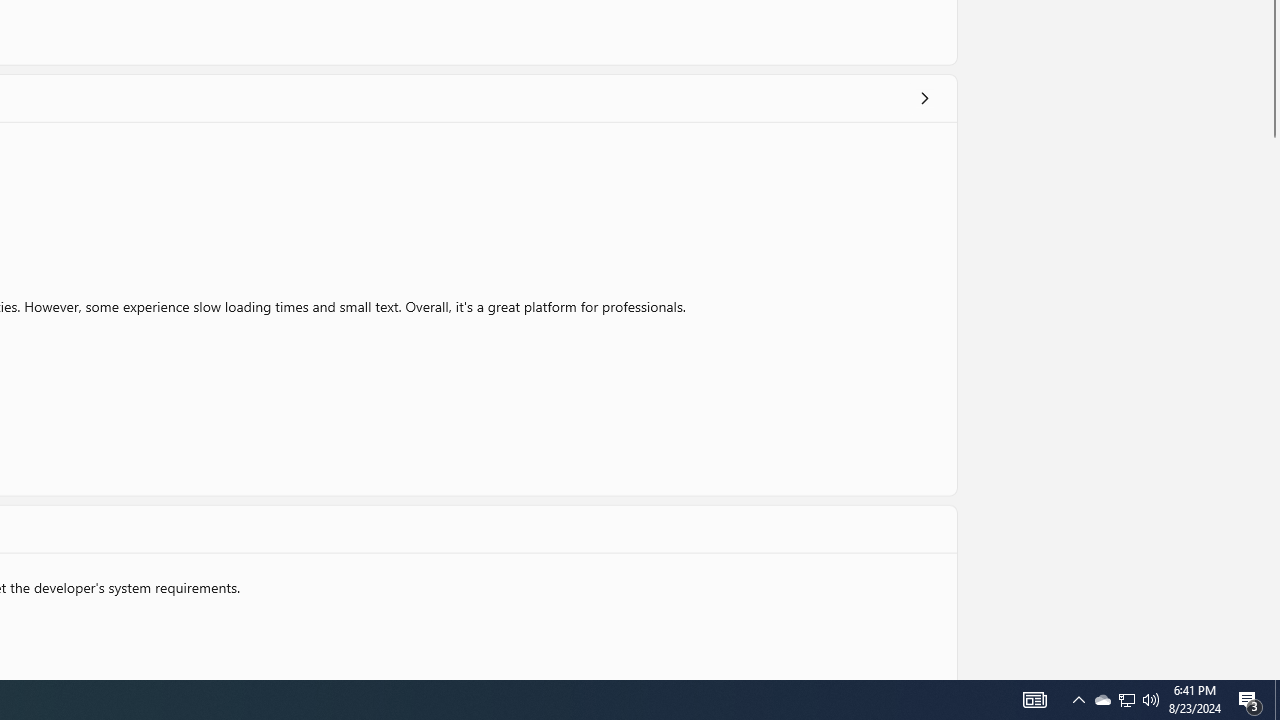  I want to click on 'Vertical Small Increase', so click(1271, 672).